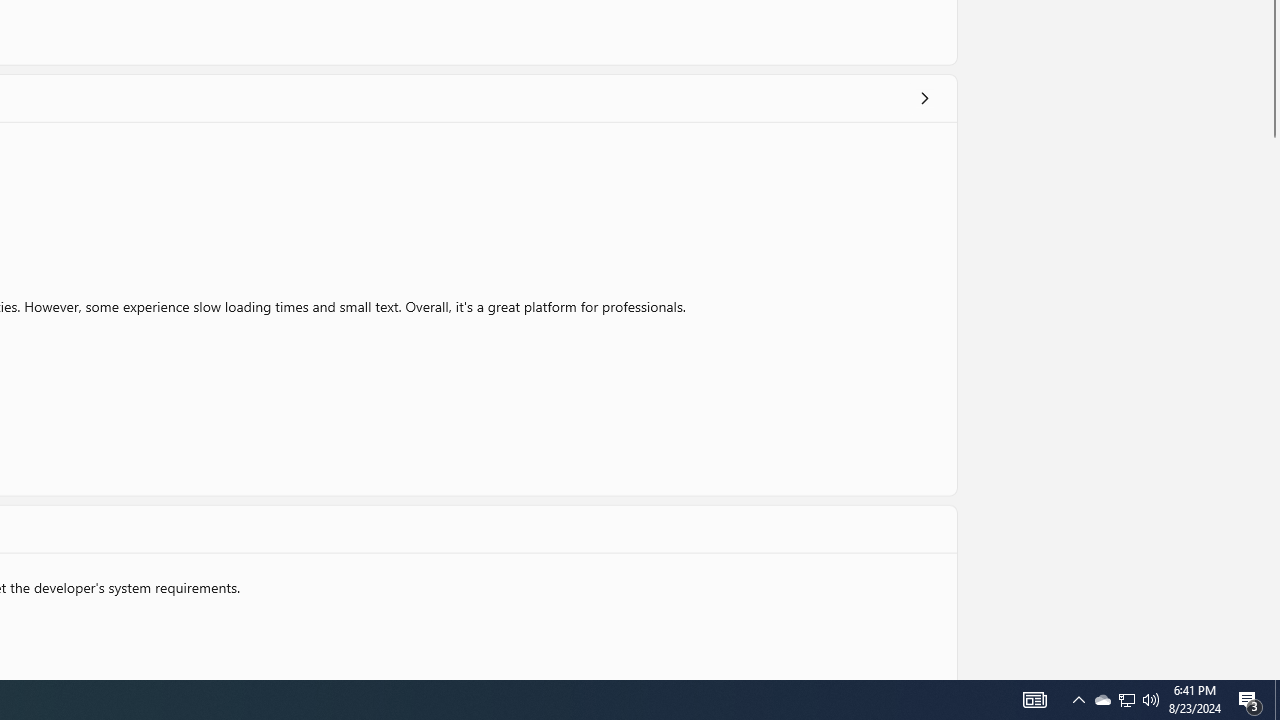  I want to click on 'Vertical Small Increase', so click(1271, 672).